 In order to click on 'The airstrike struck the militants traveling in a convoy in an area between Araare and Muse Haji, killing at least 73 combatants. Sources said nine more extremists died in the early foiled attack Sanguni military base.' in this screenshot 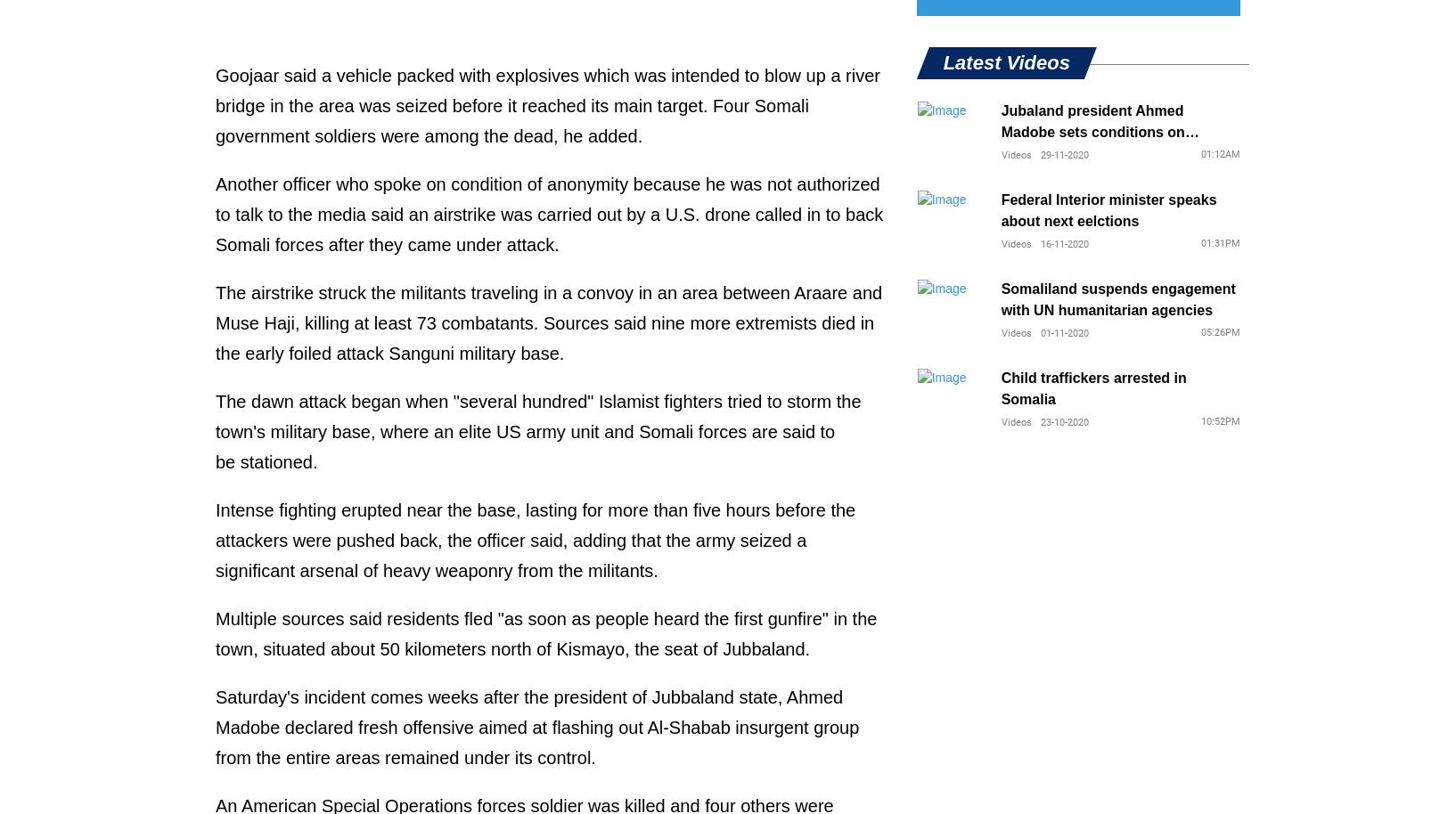, I will do `click(549, 322)`.